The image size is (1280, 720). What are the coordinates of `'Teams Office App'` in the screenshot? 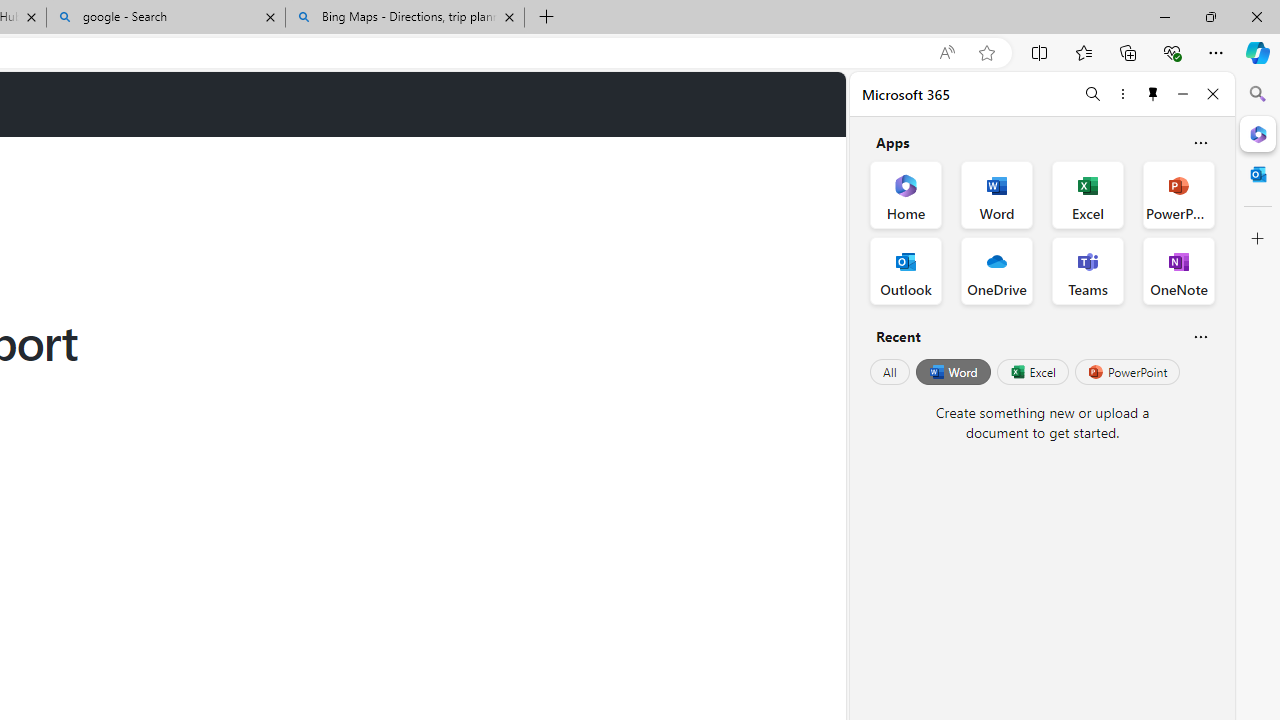 It's located at (1087, 271).